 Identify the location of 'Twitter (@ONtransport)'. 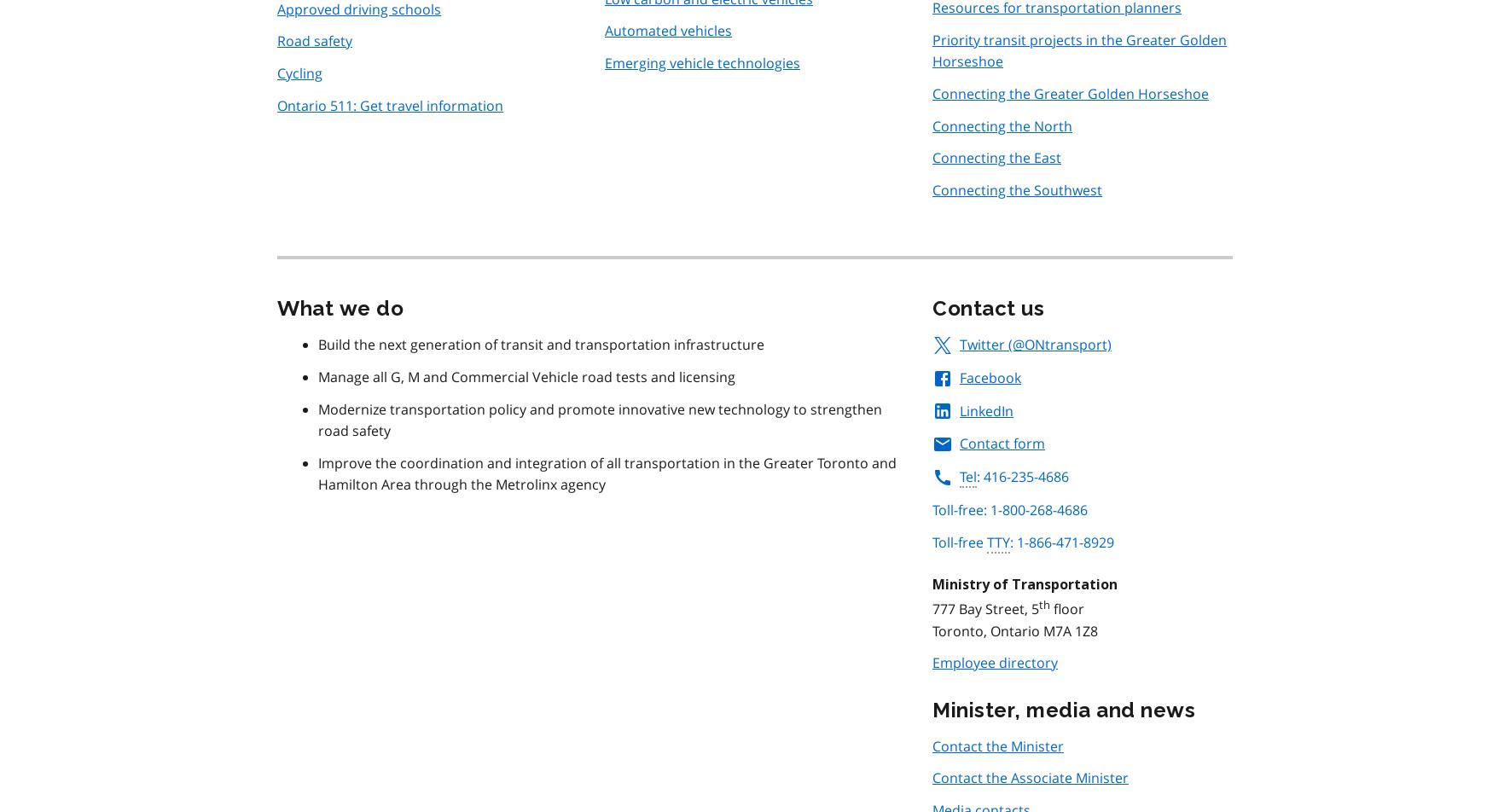
(960, 345).